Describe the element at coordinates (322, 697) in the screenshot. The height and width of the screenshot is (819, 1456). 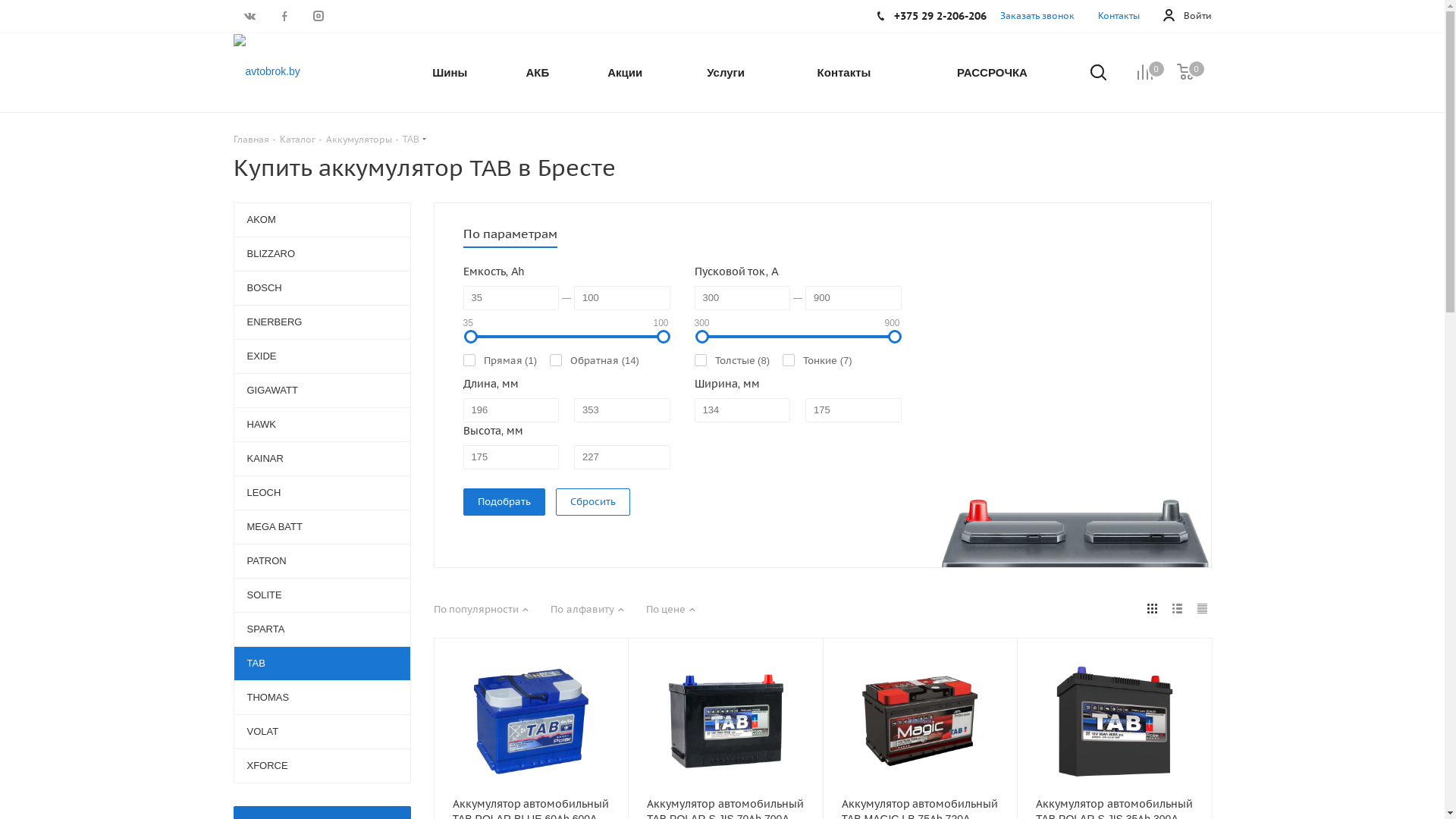
I see `'THOMAS'` at that location.